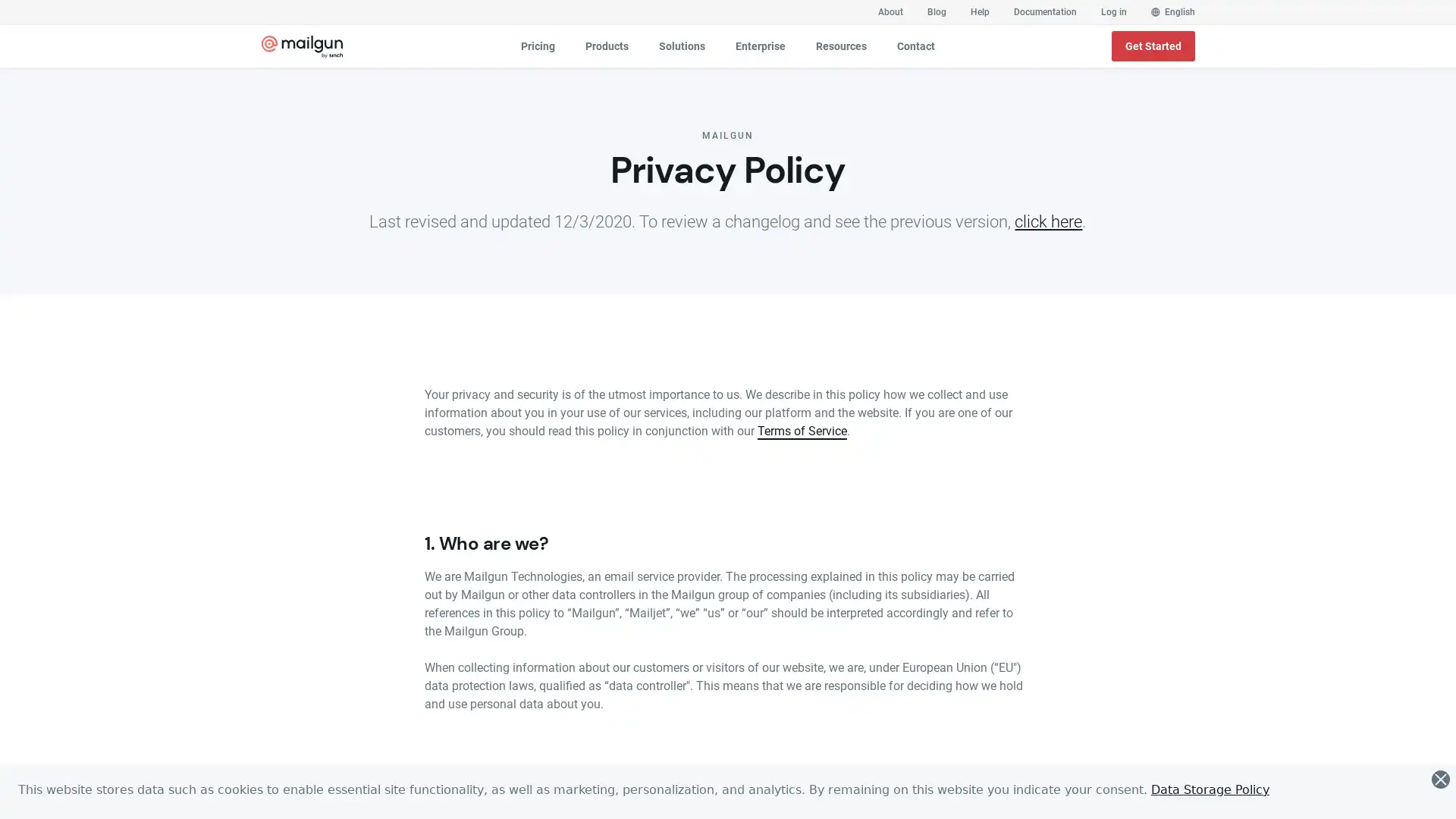  What do you see at coordinates (1113, 11) in the screenshot?
I see `Log in` at bounding box center [1113, 11].